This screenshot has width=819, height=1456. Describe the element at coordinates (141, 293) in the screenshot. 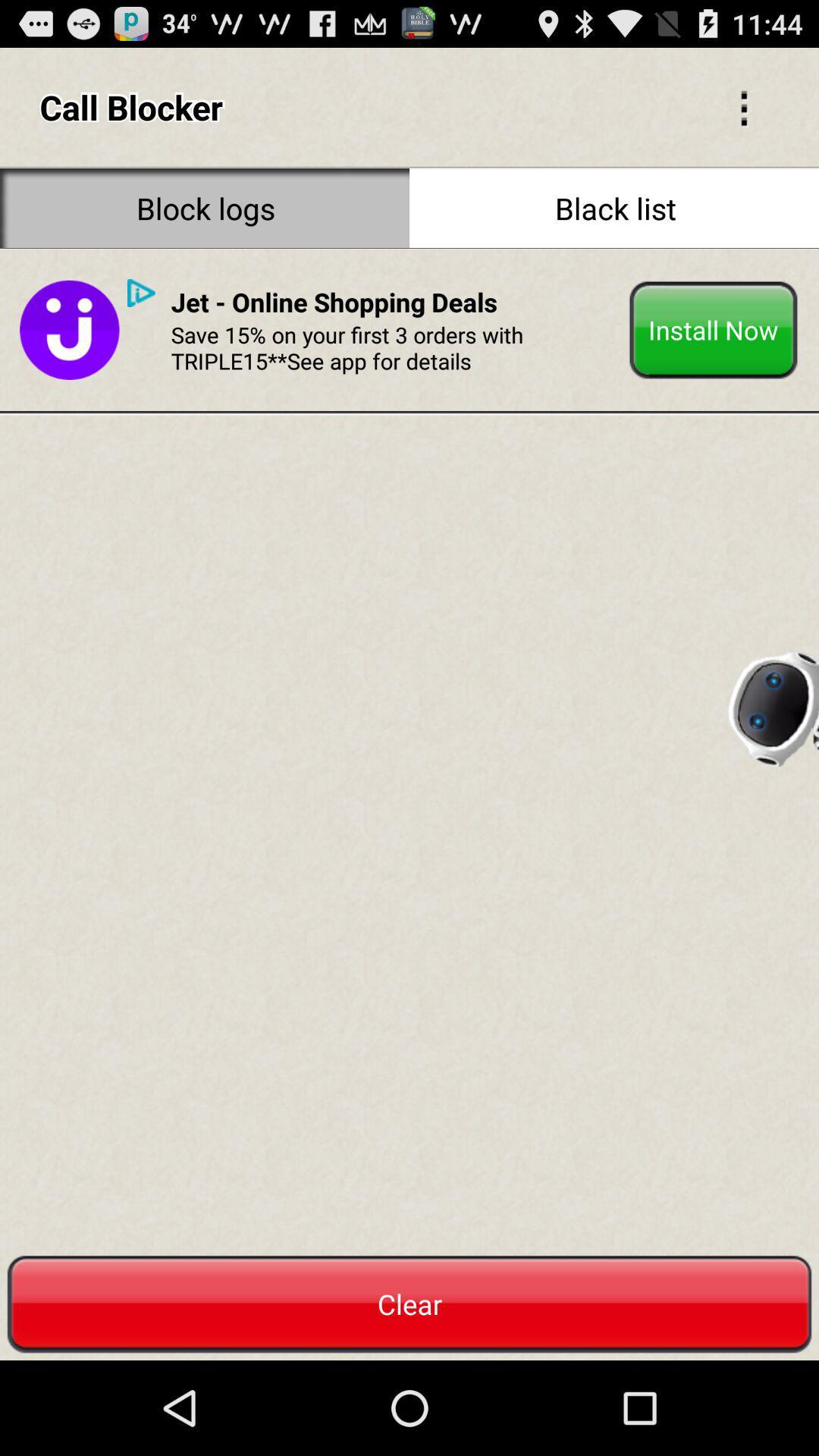

I see `icon above clear item` at that location.